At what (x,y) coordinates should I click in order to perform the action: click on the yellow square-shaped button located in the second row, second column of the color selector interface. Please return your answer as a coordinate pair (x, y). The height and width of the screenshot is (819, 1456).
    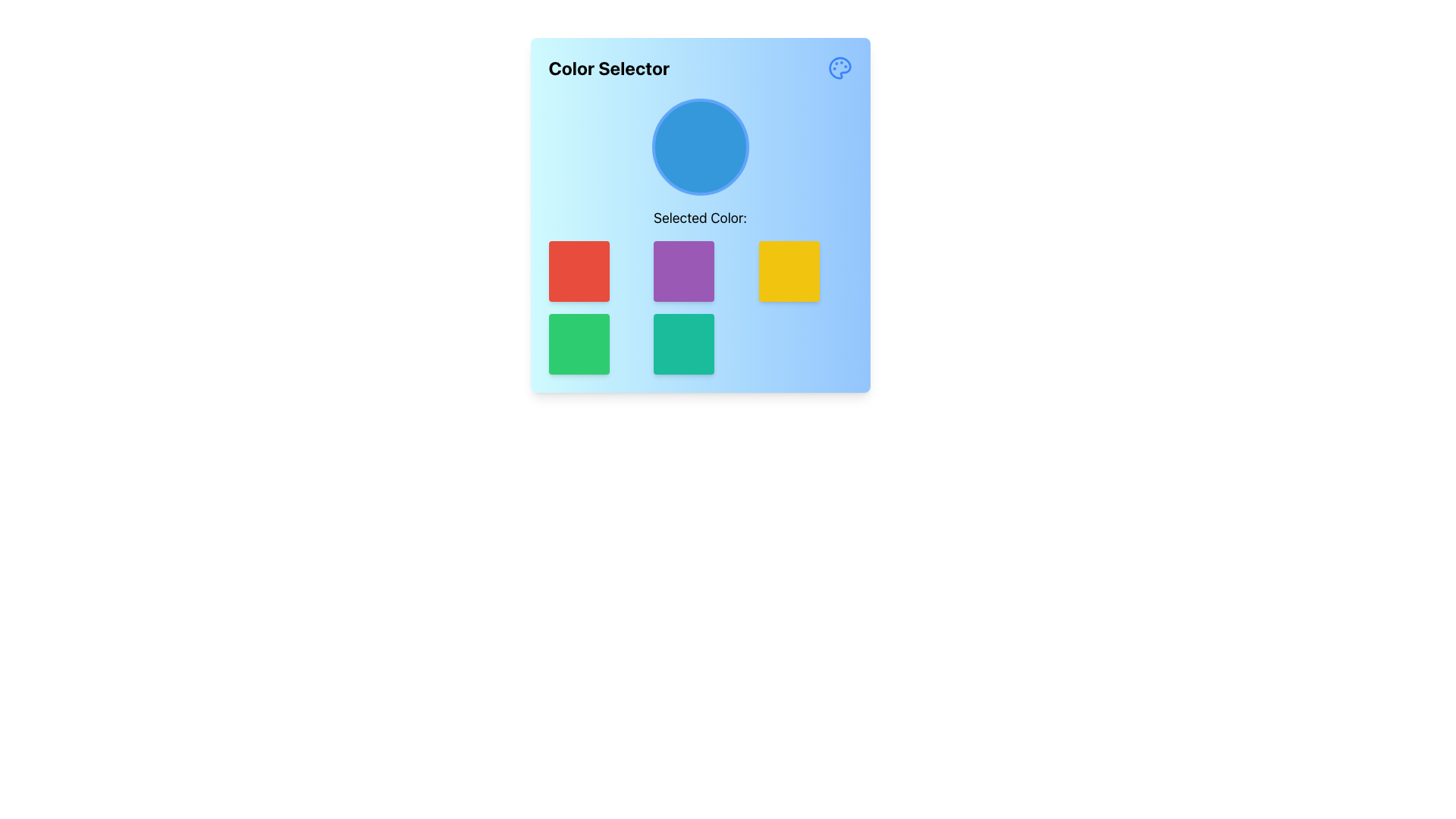
    Looking at the image, I should click on (789, 271).